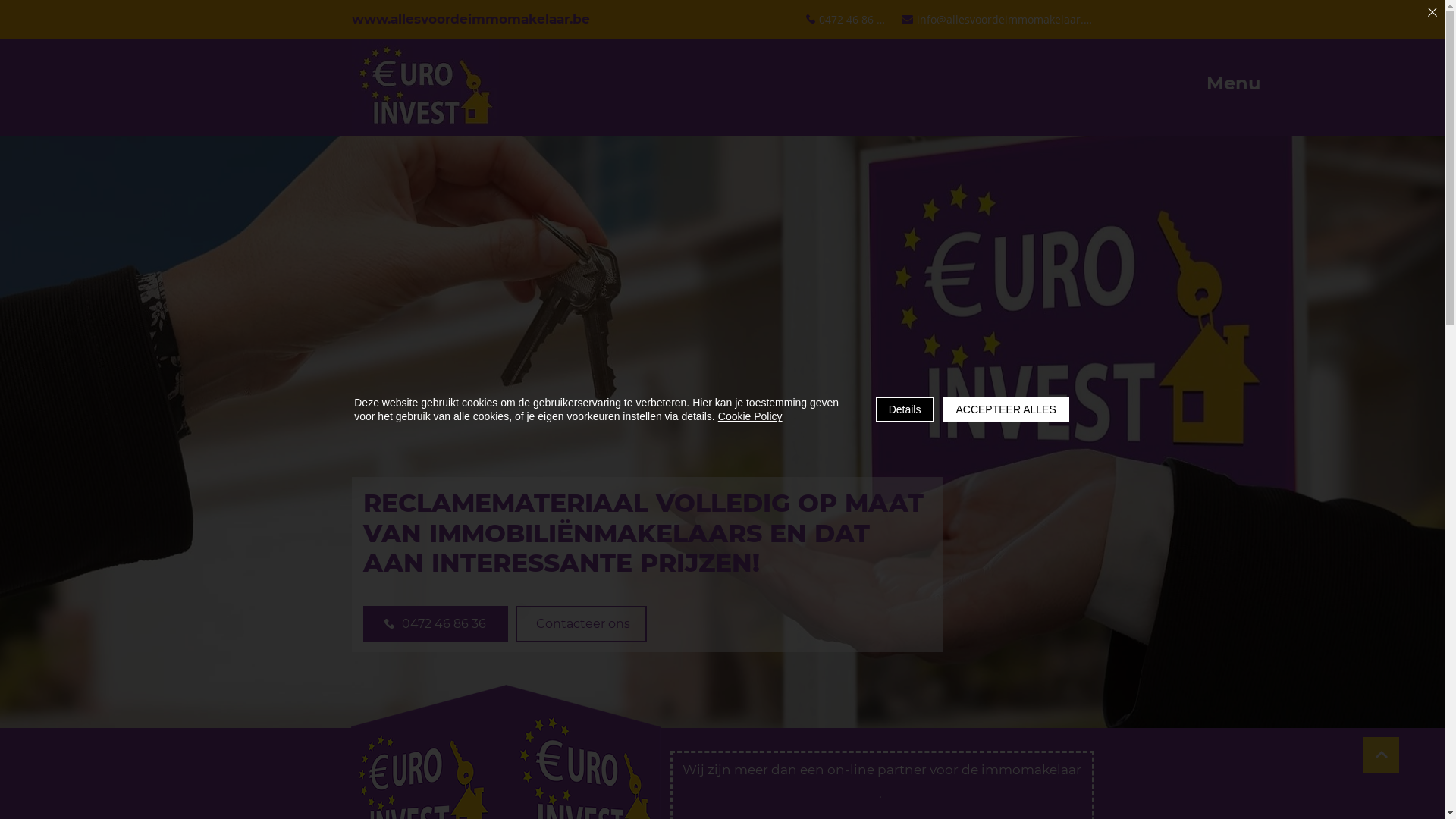  Describe the element at coordinates (905, 409) in the screenshot. I see `'Details'` at that location.